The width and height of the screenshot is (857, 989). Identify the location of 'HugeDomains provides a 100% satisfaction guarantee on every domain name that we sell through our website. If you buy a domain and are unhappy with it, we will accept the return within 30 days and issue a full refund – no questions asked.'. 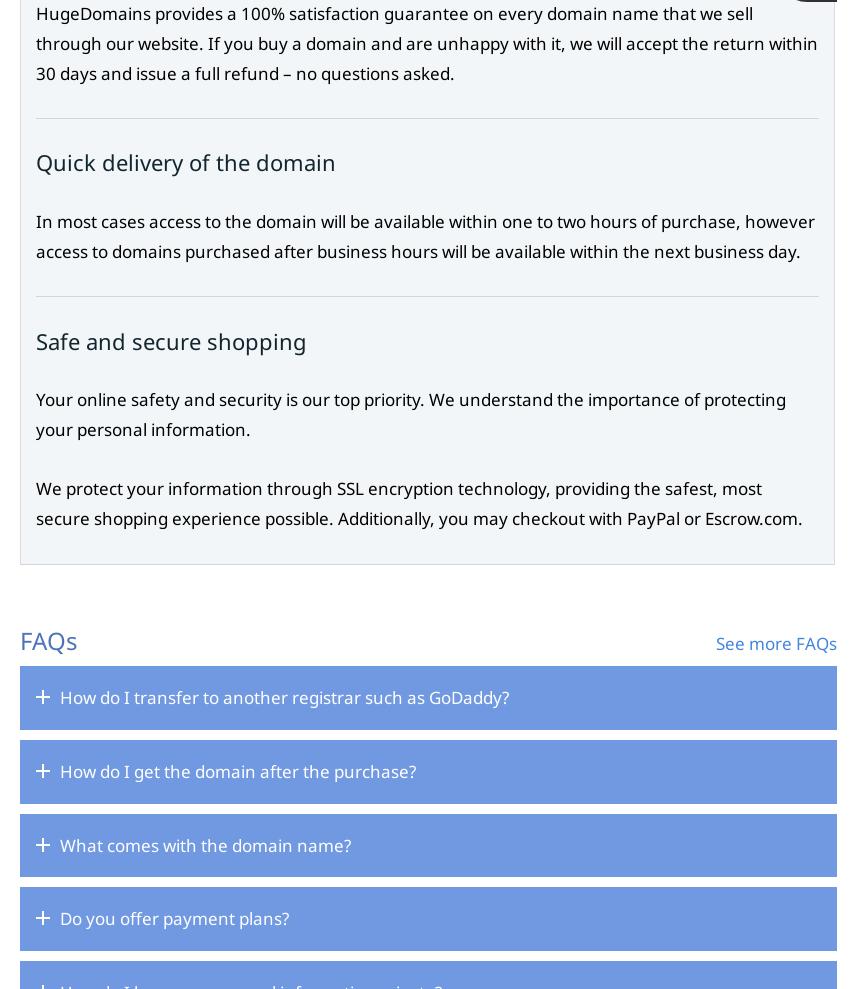
(426, 42).